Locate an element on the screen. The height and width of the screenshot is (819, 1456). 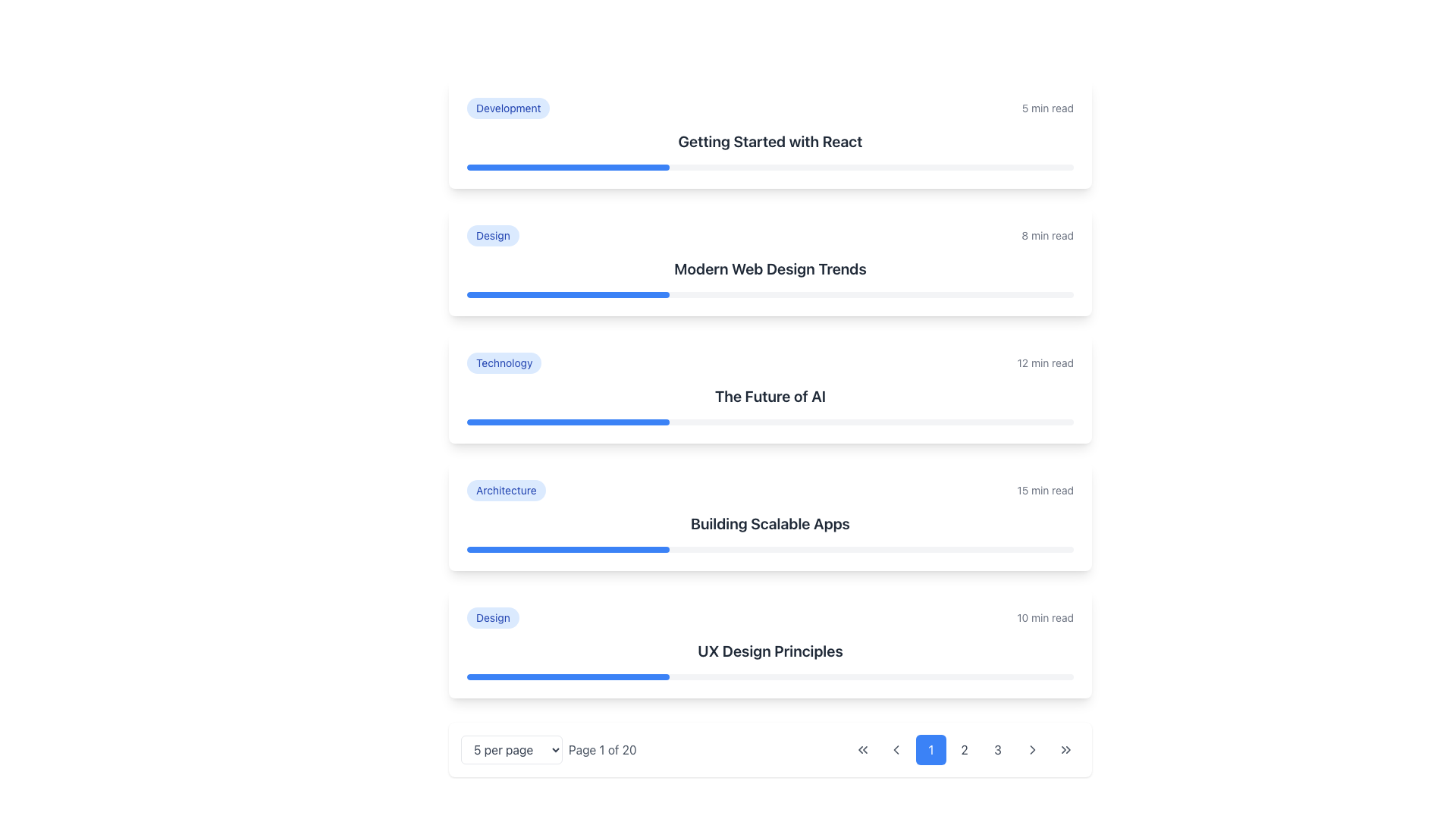
the square button with rounded corners, blue background, and white text displaying '1' is located at coordinates (930, 748).